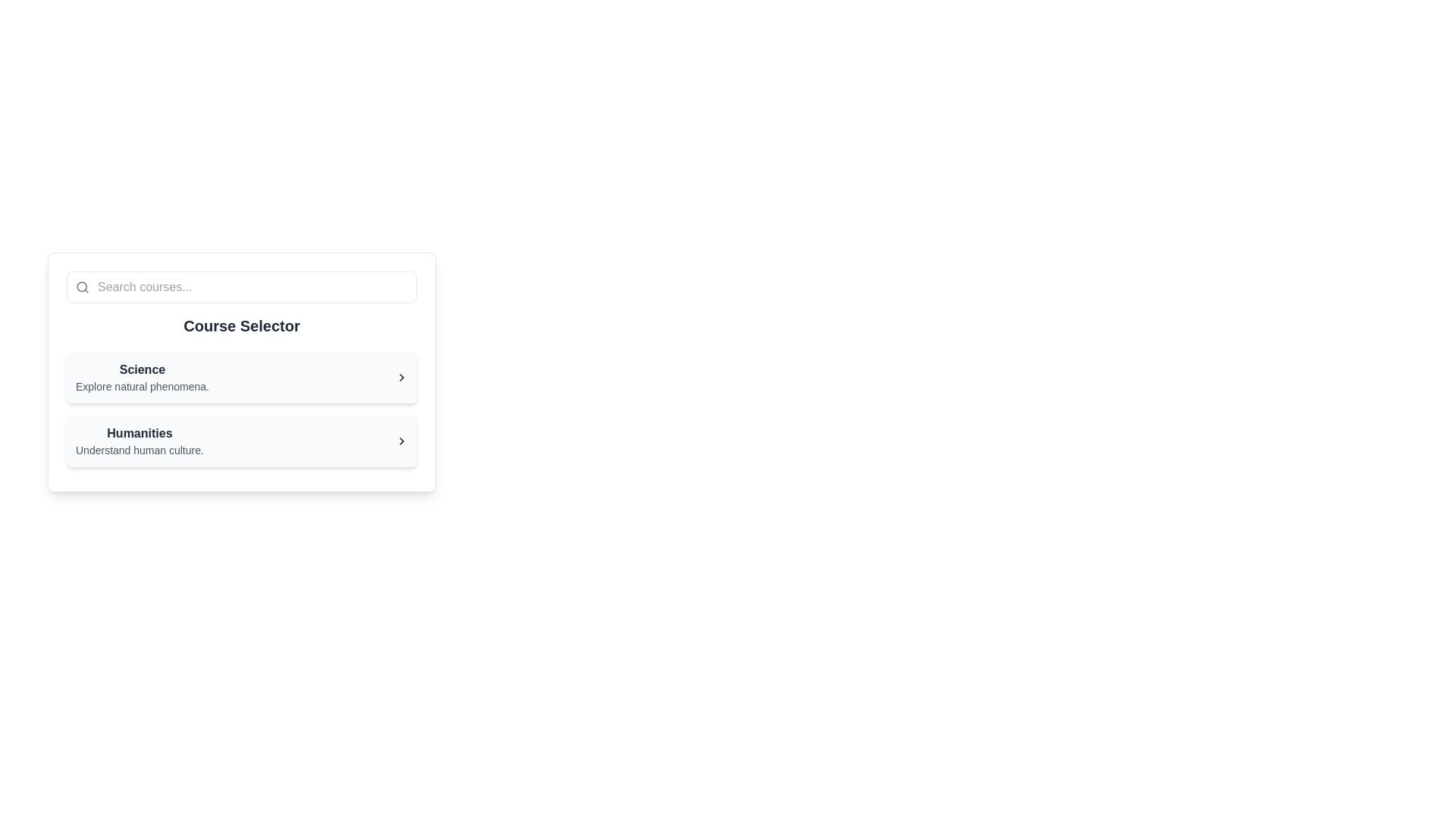  I want to click on keyboard navigation, so click(140, 441).